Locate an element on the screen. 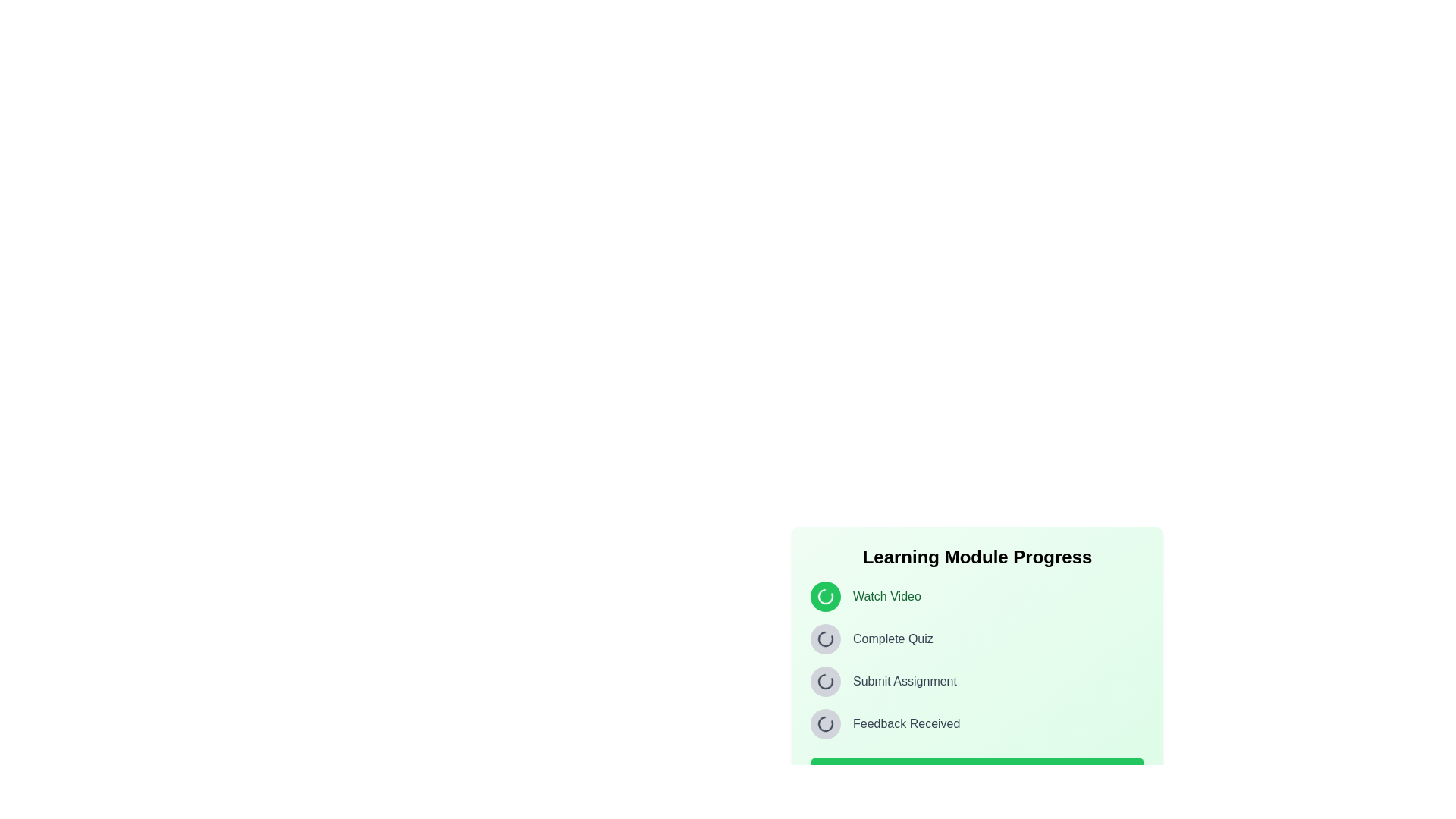 The image size is (1456, 819). the circular, spinning loader icon with a partial circular stroke, which is part of the 'Learning Module Progress' section, located to the left of the 'Complete Quiz' label is located at coordinates (825, 639).